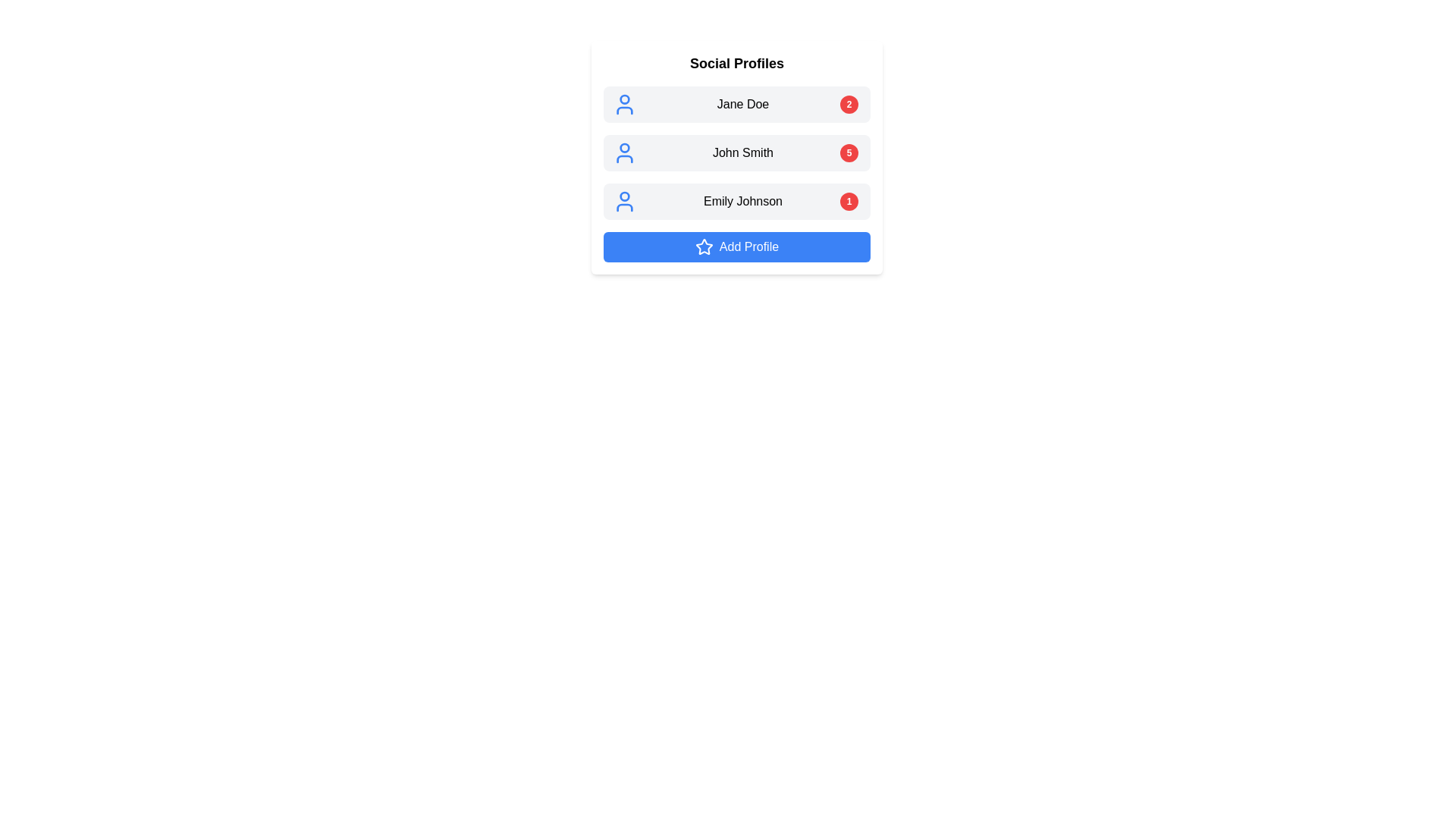 The height and width of the screenshot is (819, 1456). I want to click on the user profile icon representing 'Jane Doe' in the 'Social Profiles' list, so click(625, 104).